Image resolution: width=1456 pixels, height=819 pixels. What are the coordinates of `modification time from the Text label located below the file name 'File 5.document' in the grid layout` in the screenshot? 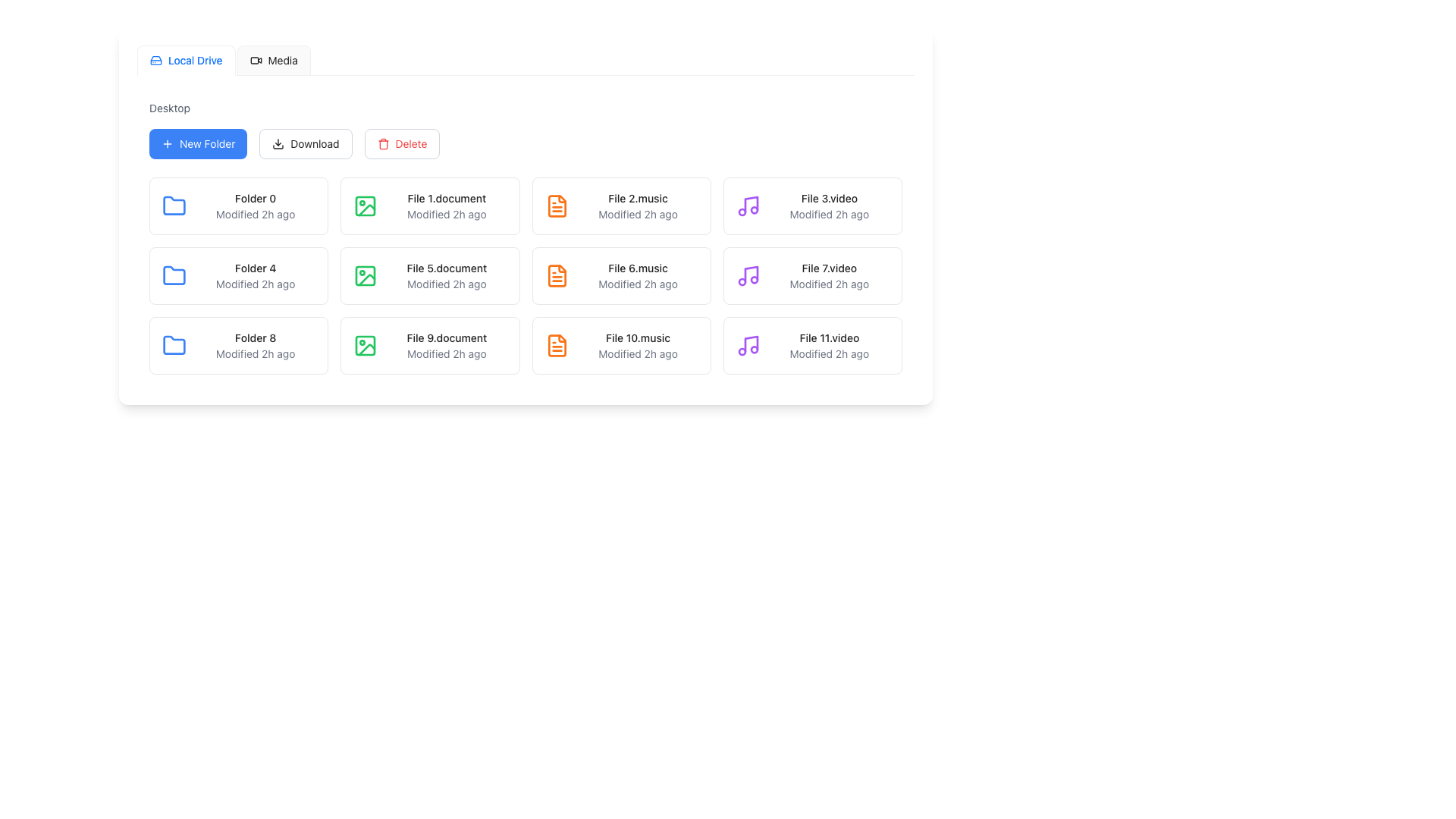 It's located at (446, 284).